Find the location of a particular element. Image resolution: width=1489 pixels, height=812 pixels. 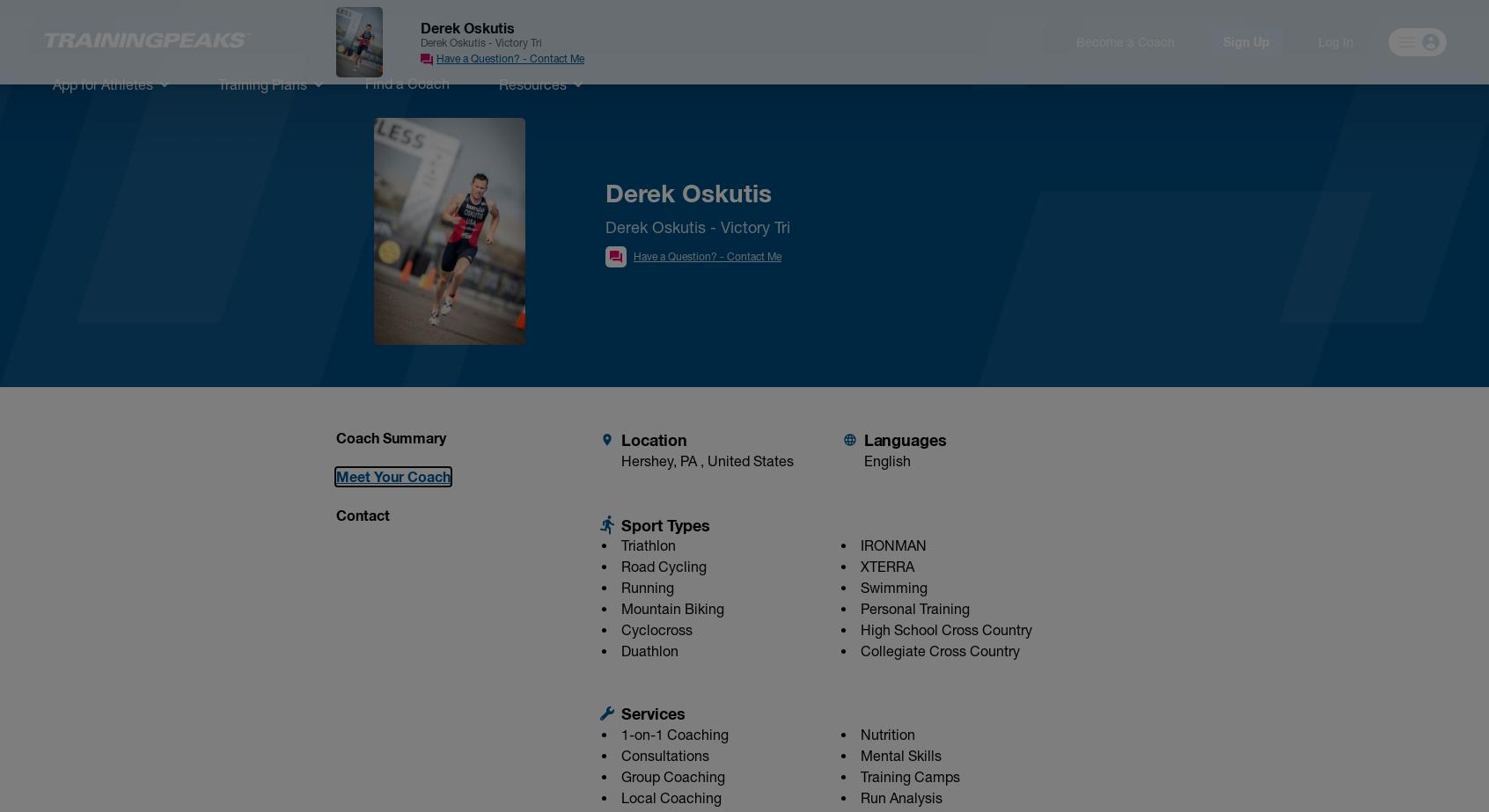

'IRONMAN' is located at coordinates (859, 544).